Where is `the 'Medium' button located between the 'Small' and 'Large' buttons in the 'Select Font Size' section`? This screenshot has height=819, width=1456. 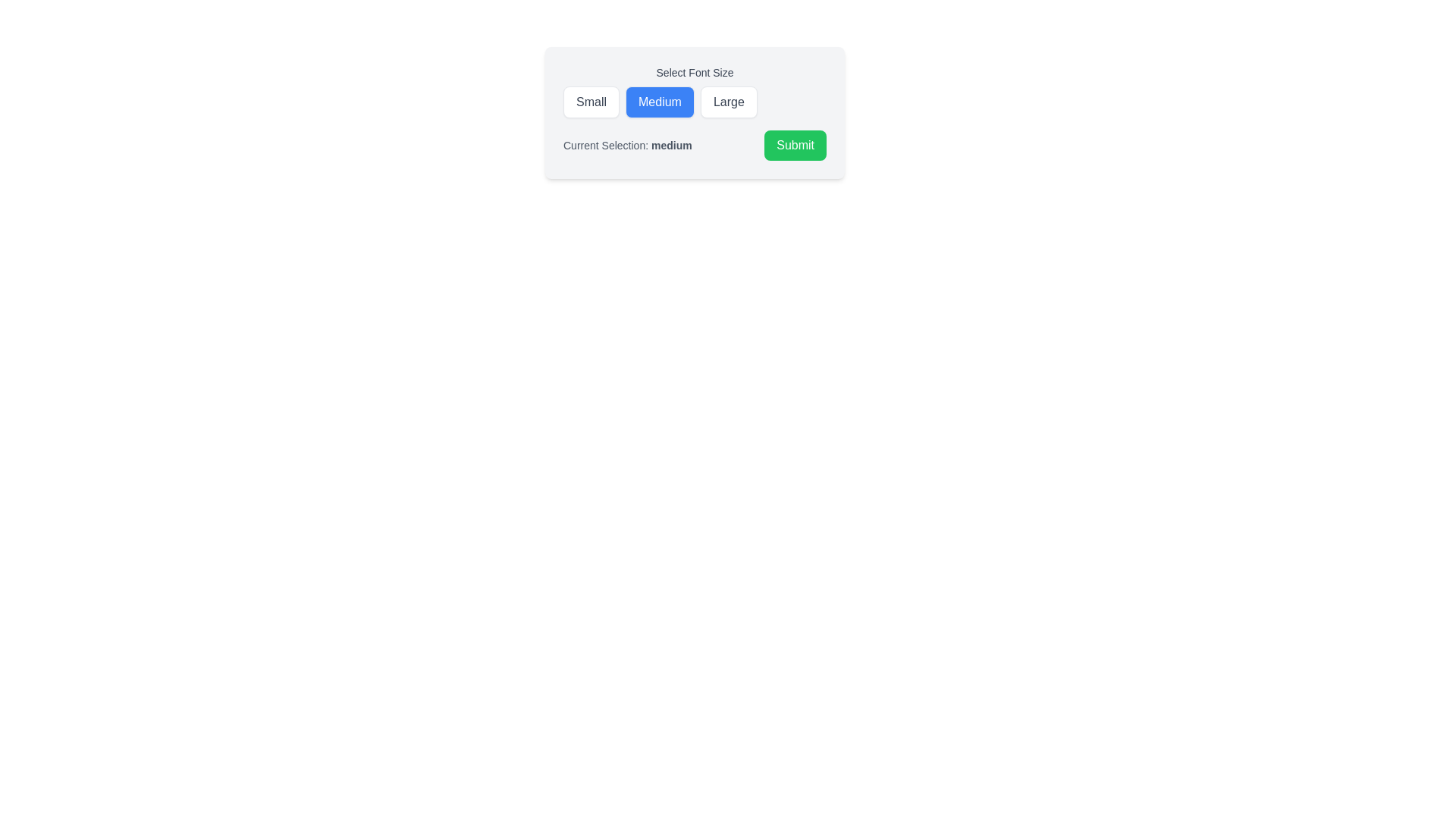 the 'Medium' button located between the 'Small' and 'Large' buttons in the 'Select Font Size' section is located at coordinates (694, 112).